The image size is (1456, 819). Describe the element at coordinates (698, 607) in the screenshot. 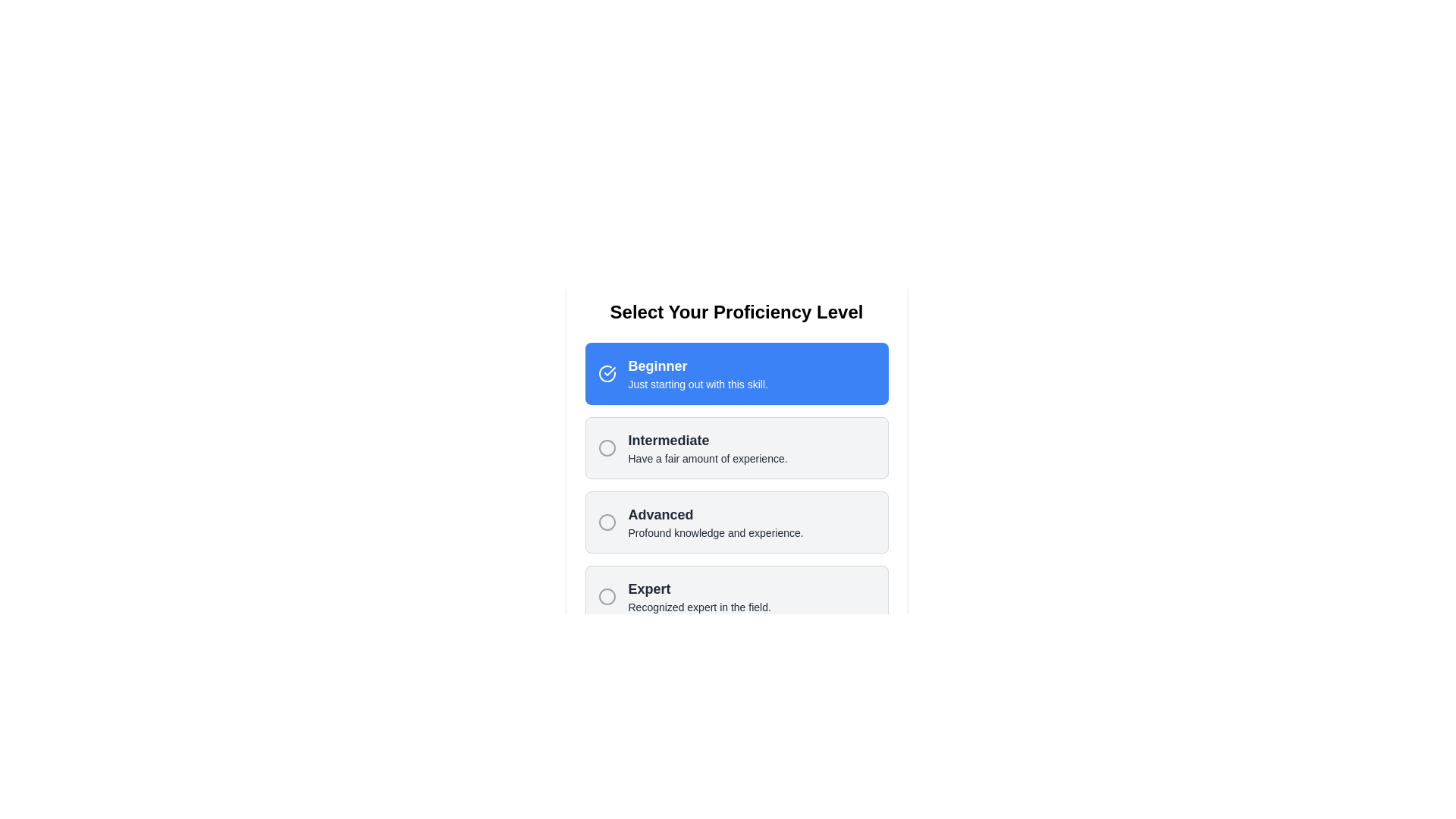

I see `the descriptive Text label located under the 'Expert' title in the proficiency level selection interface` at that location.